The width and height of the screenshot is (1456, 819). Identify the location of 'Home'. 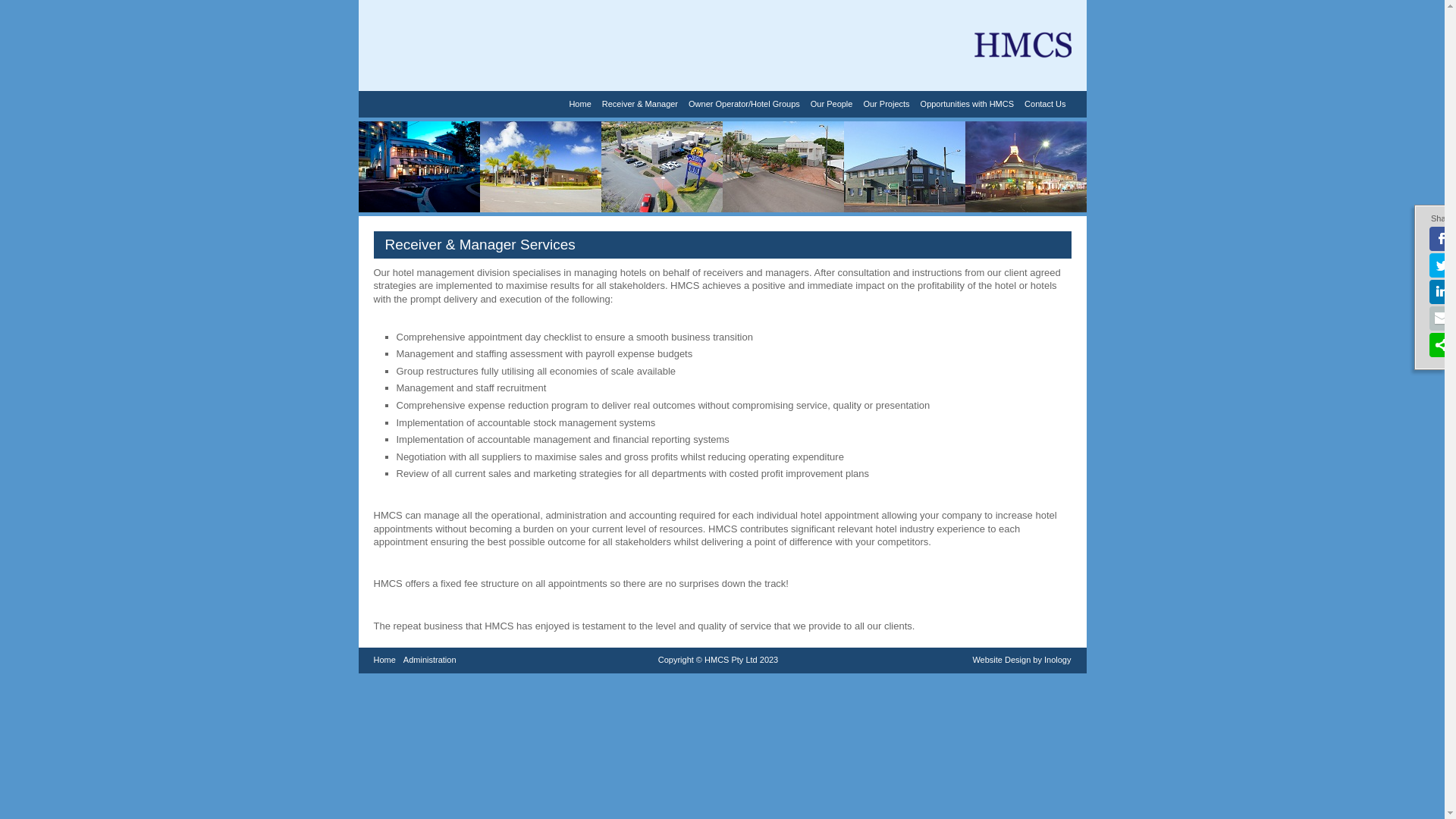
(567, 103).